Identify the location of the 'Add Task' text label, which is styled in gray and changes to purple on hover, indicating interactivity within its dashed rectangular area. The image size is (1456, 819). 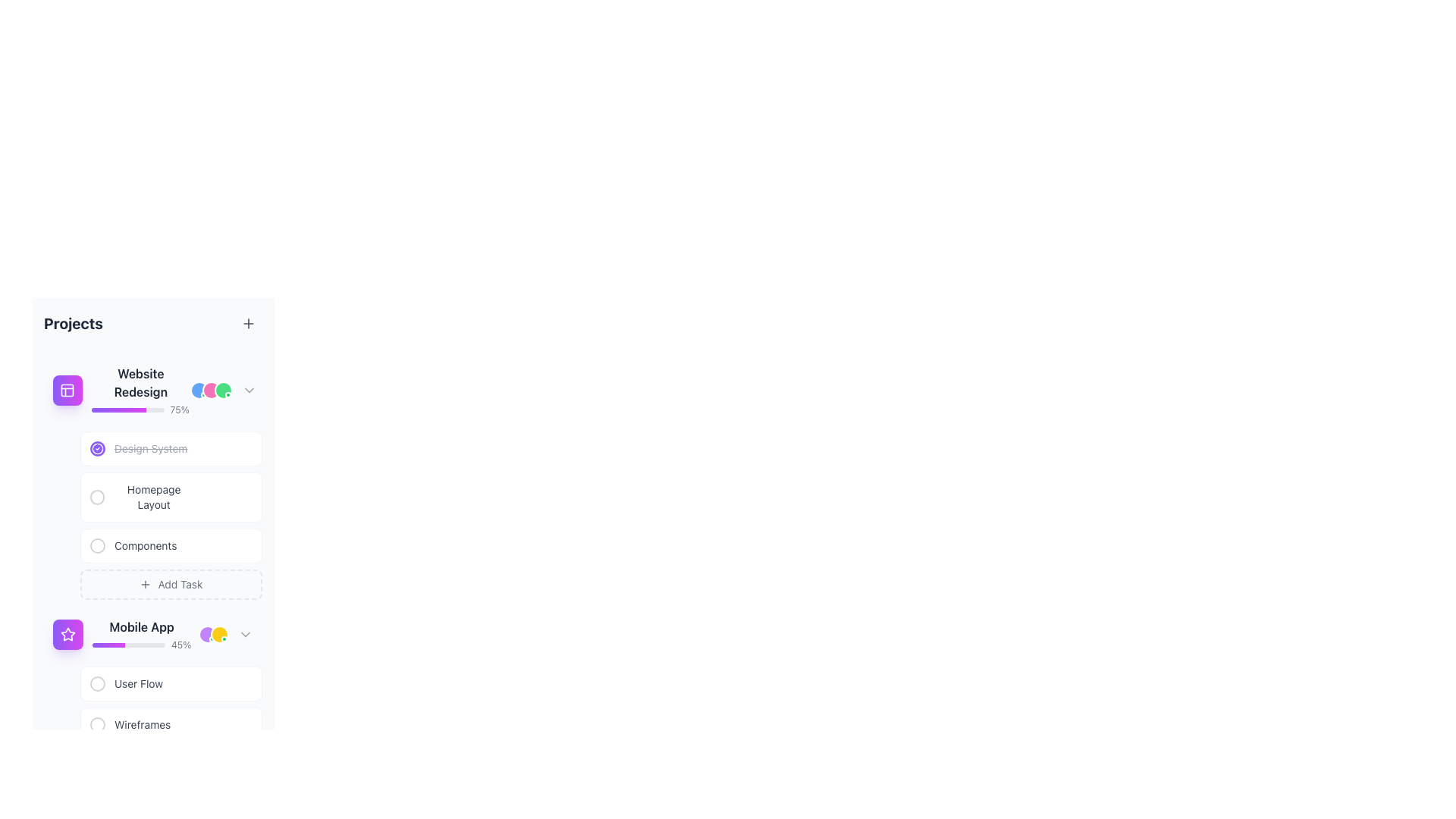
(180, 584).